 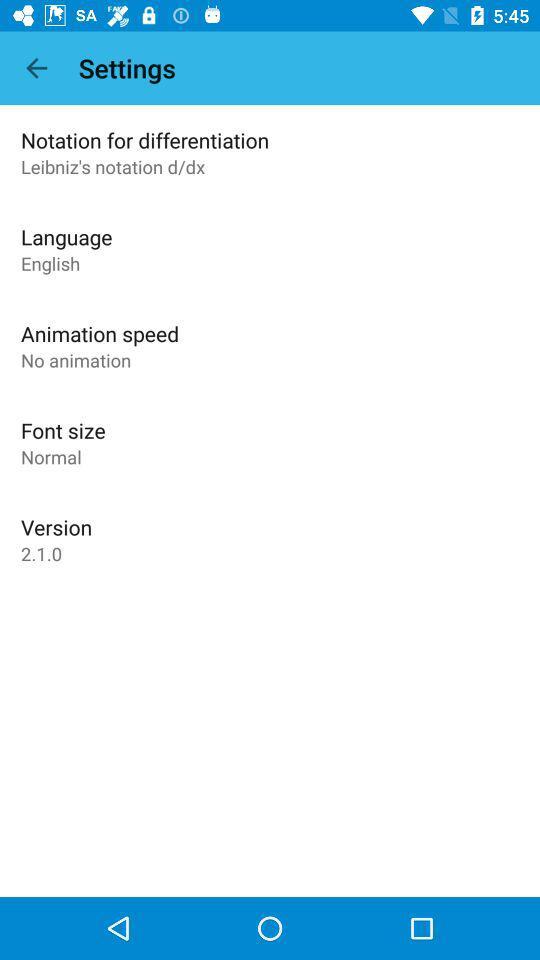 What do you see at coordinates (99, 333) in the screenshot?
I see `the animation speed app` at bounding box center [99, 333].